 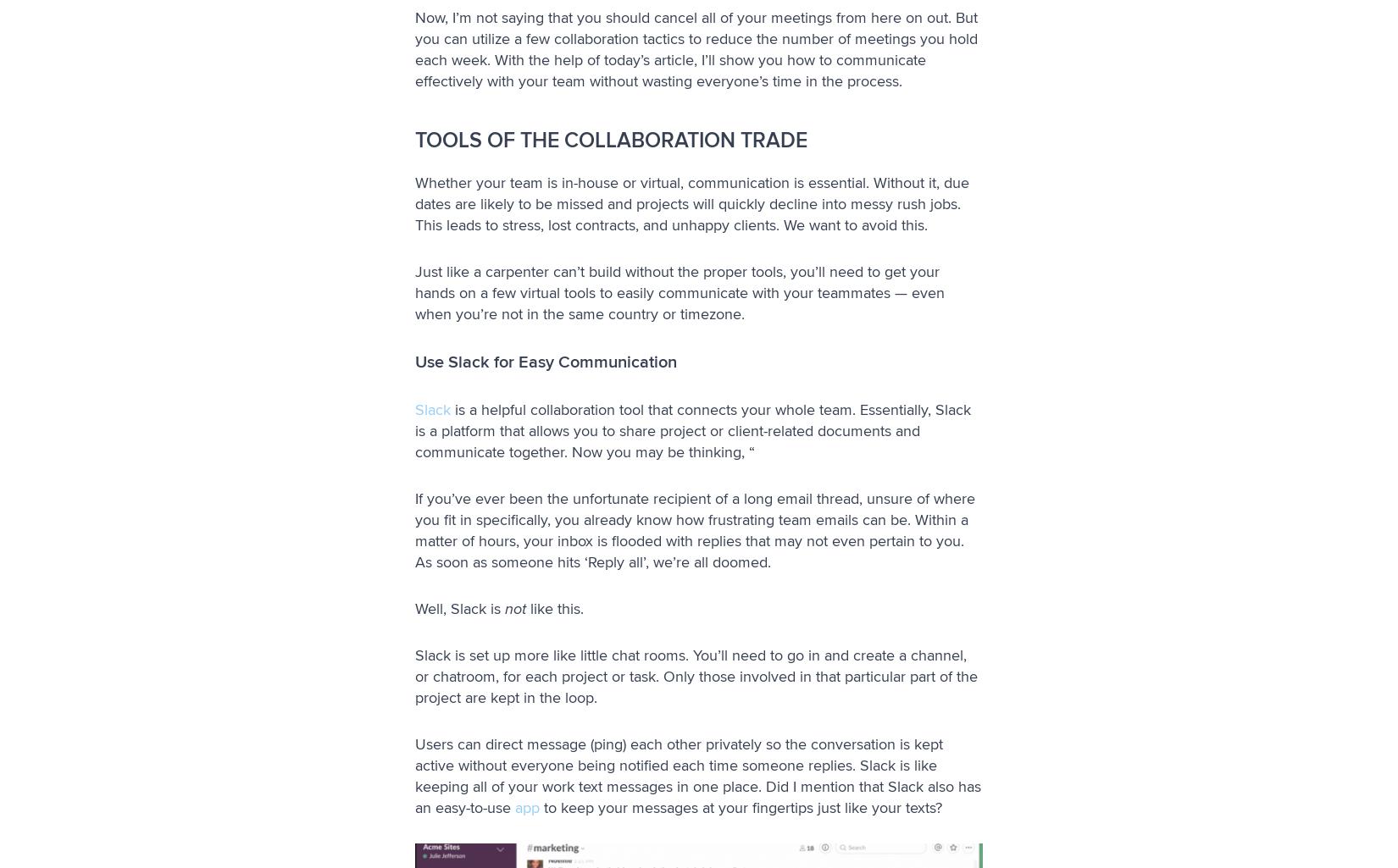 What do you see at coordinates (554, 606) in the screenshot?
I see `'like this.'` at bounding box center [554, 606].